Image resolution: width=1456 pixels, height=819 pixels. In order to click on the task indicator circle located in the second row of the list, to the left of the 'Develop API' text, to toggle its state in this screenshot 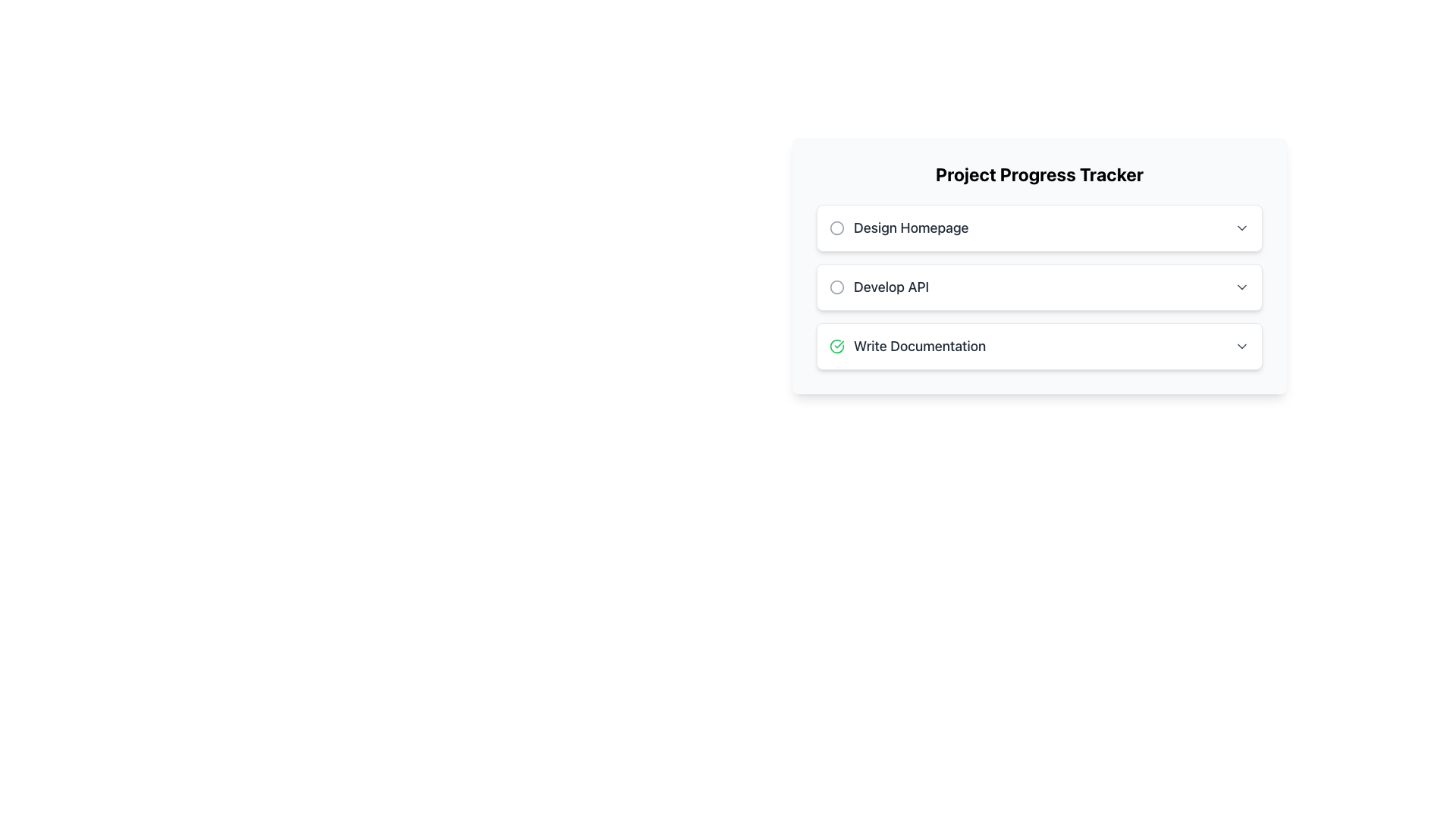, I will do `click(836, 287)`.